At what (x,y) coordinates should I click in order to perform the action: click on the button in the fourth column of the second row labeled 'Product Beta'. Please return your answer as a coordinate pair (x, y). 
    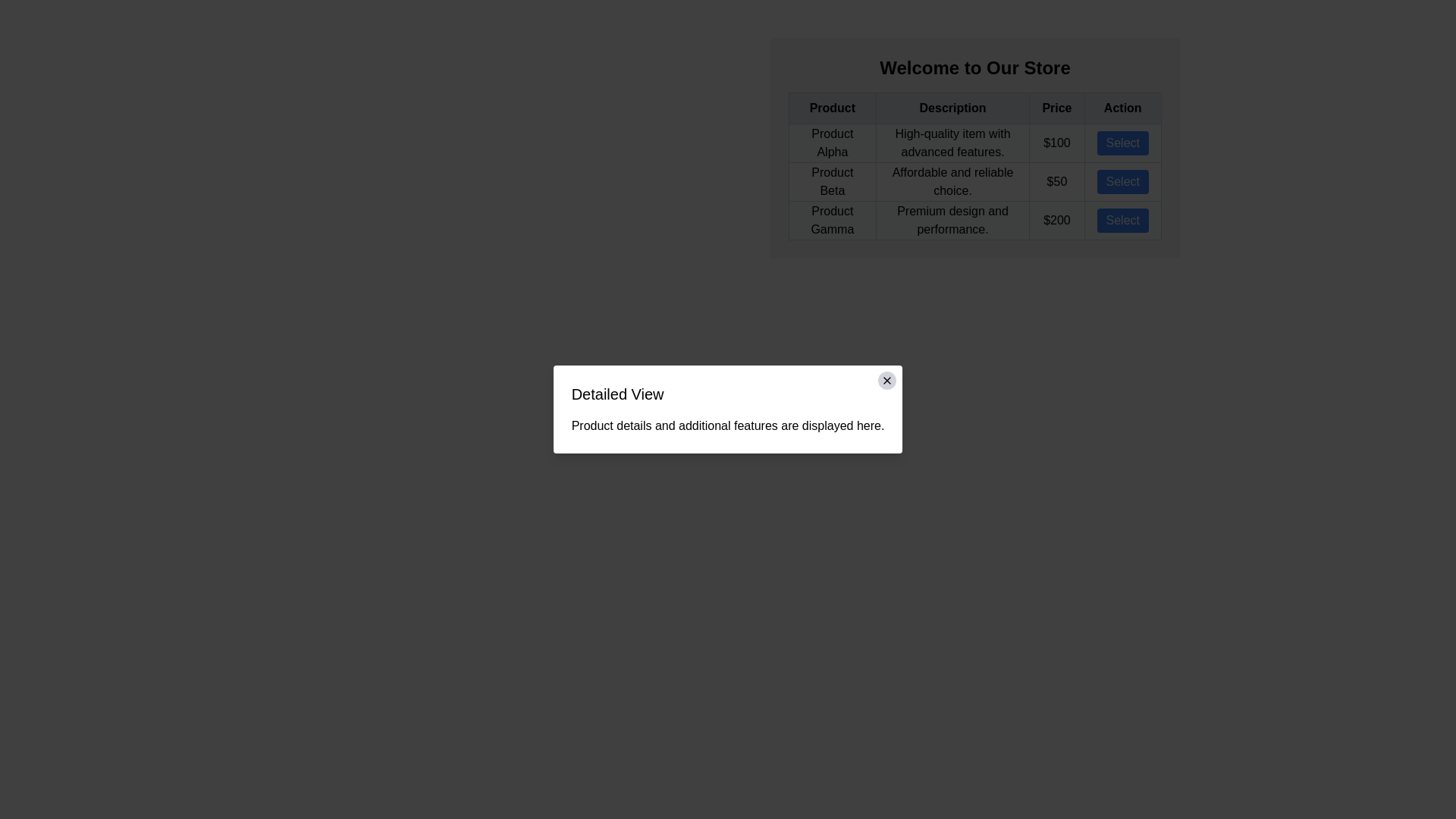
    Looking at the image, I should click on (1122, 180).